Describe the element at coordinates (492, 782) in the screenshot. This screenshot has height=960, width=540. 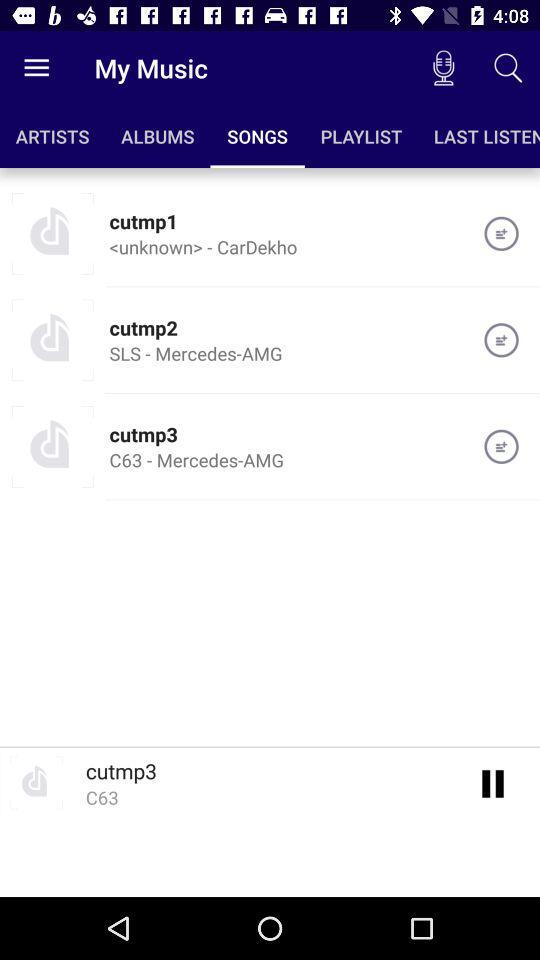
I see `the pause icon` at that location.